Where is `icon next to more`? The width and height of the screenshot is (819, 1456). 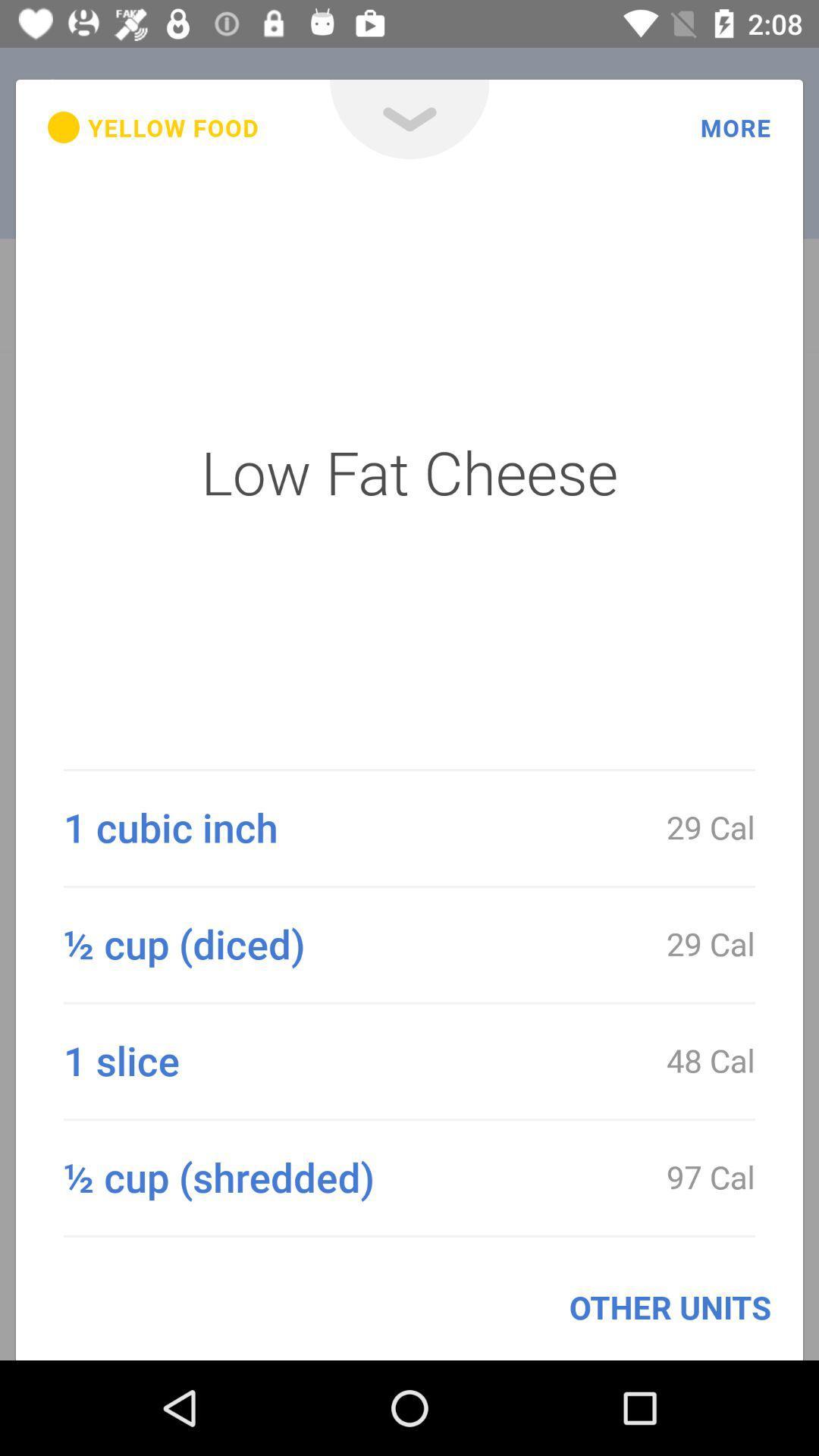 icon next to more is located at coordinates (409, 118).